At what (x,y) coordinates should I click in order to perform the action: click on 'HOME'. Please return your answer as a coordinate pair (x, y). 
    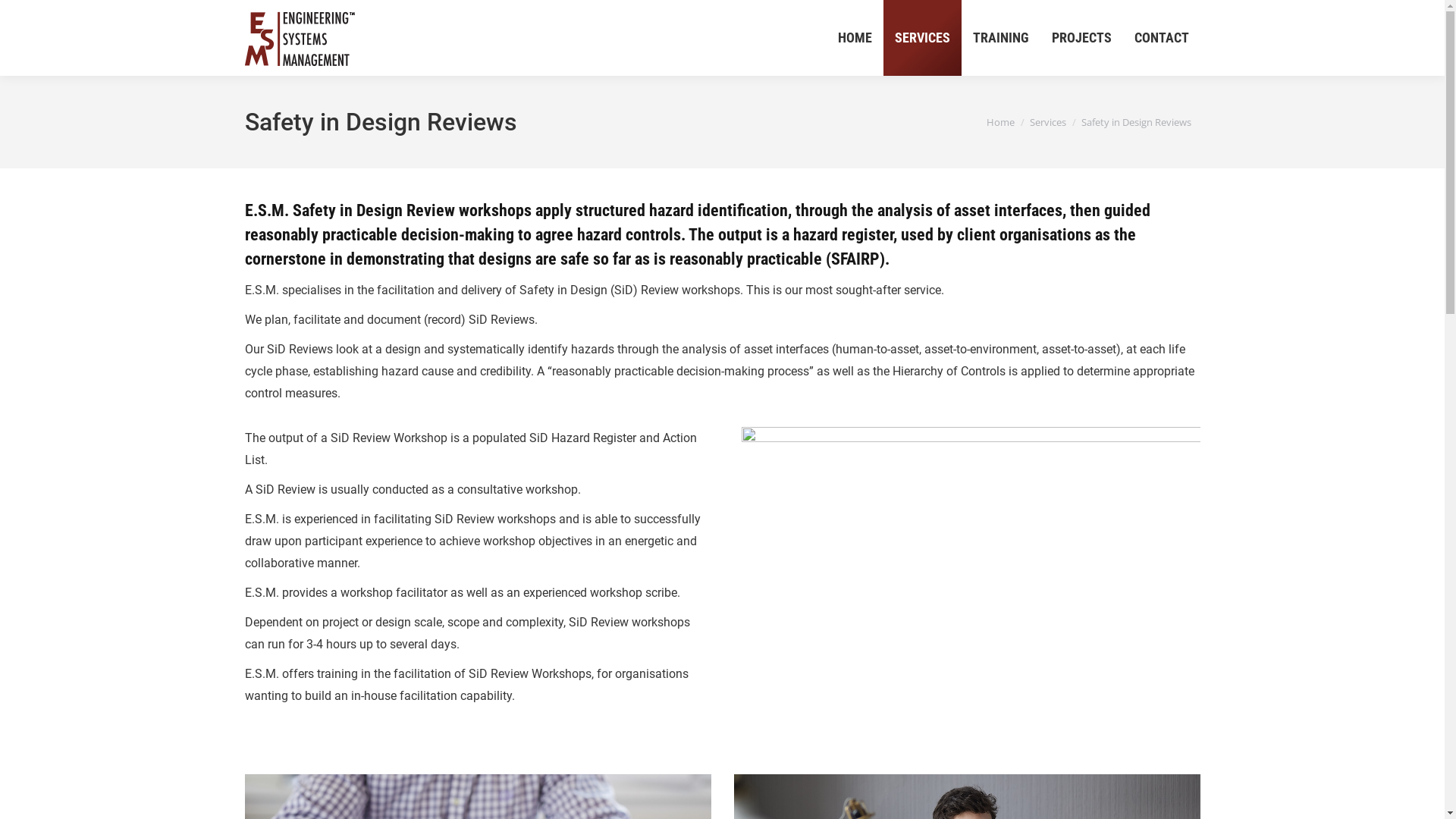
    Looking at the image, I should click on (855, 37).